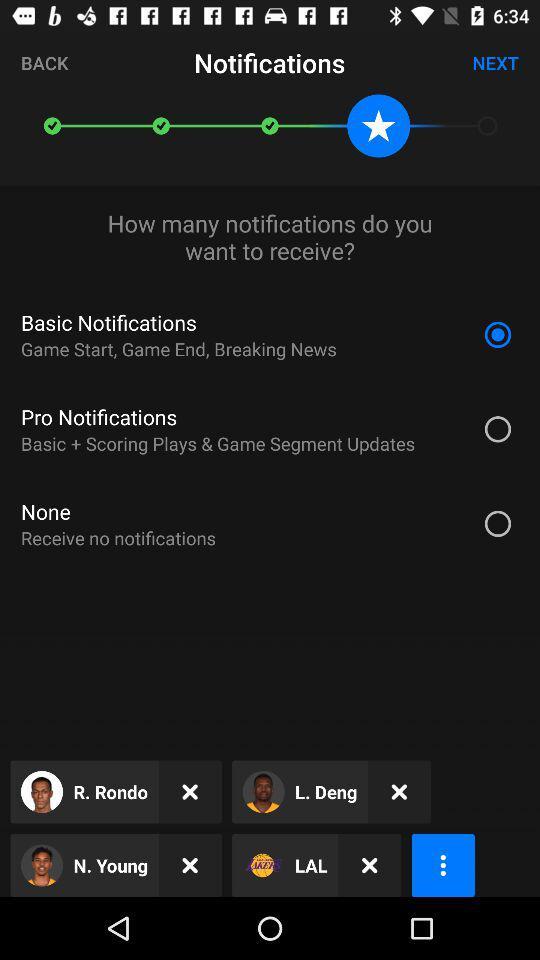 Image resolution: width=540 pixels, height=960 pixels. Describe the element at coordinates (368, 864) in the screenshot. I see `the close icon` at that location.